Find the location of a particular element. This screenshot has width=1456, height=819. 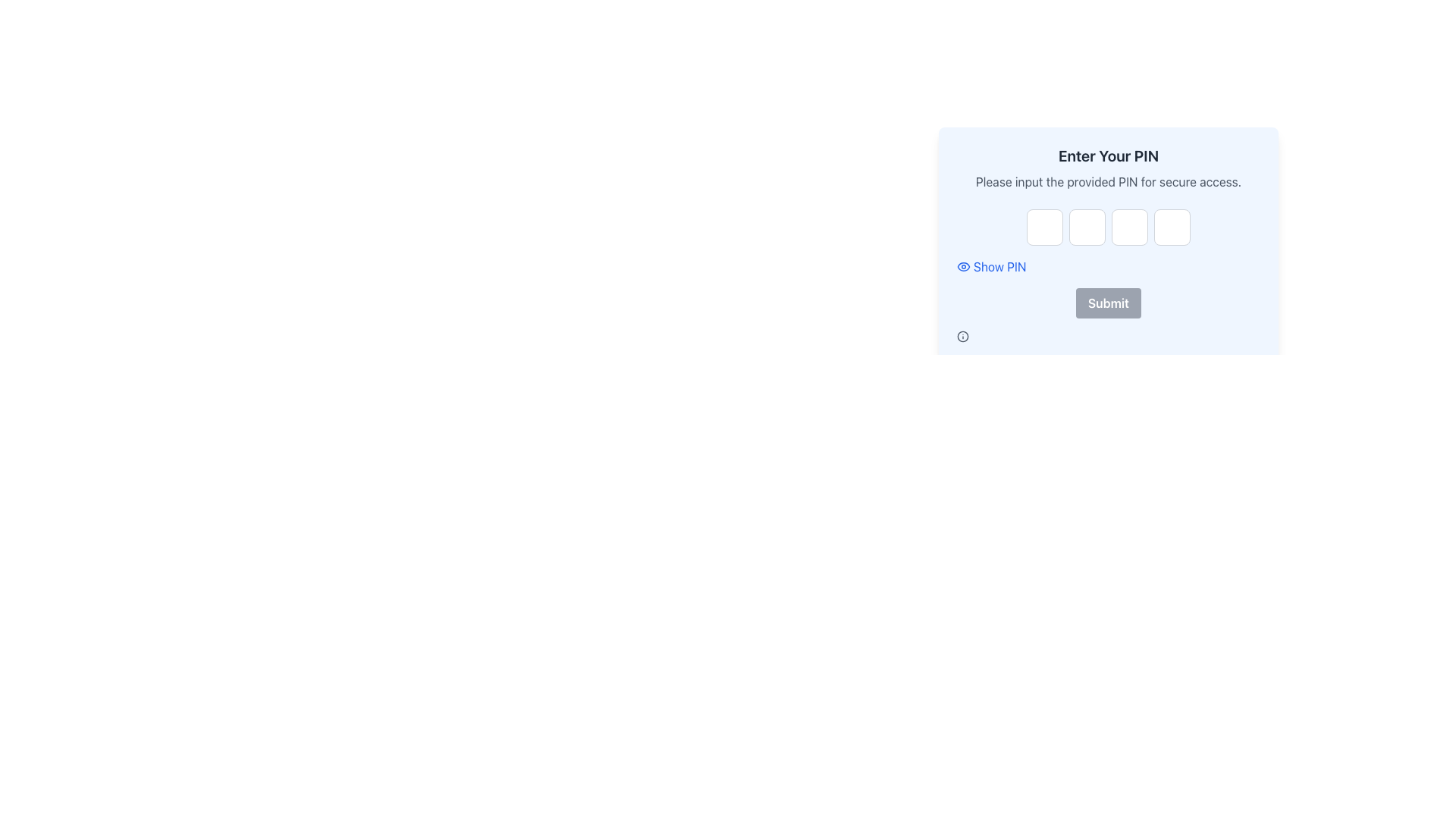

the second Password input field in the horizontal layout of four fields within the 'Enter Your PIN' card interface is located at coordinates (1087, 227).